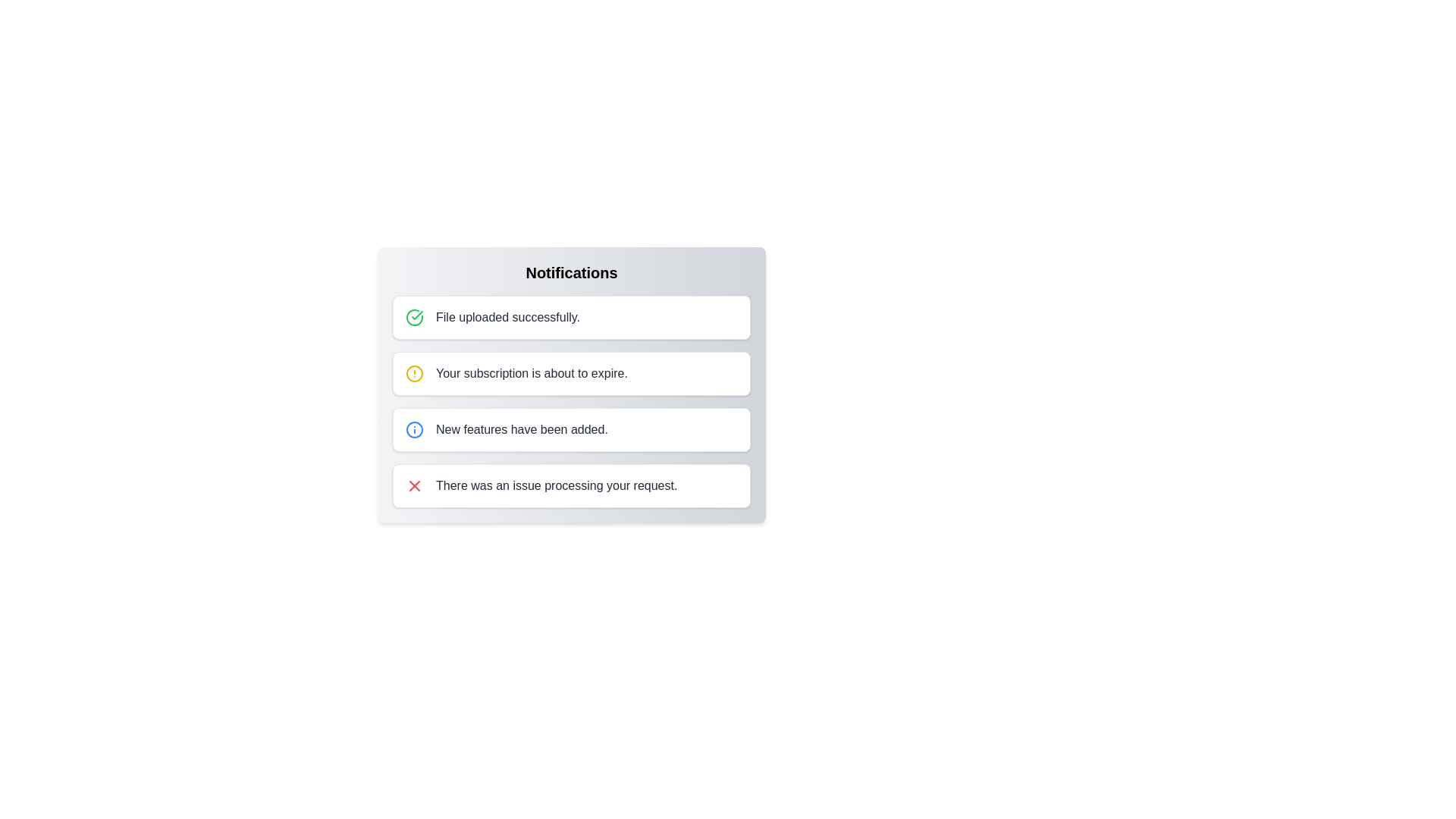 The width and height of the screenshot is (1456, 819). What do you see at coordinates (415, 430) in the screenshot?
I see `the informational icon located within the notification card stating 'New features have been added.'` at bounding box center [415, 430].